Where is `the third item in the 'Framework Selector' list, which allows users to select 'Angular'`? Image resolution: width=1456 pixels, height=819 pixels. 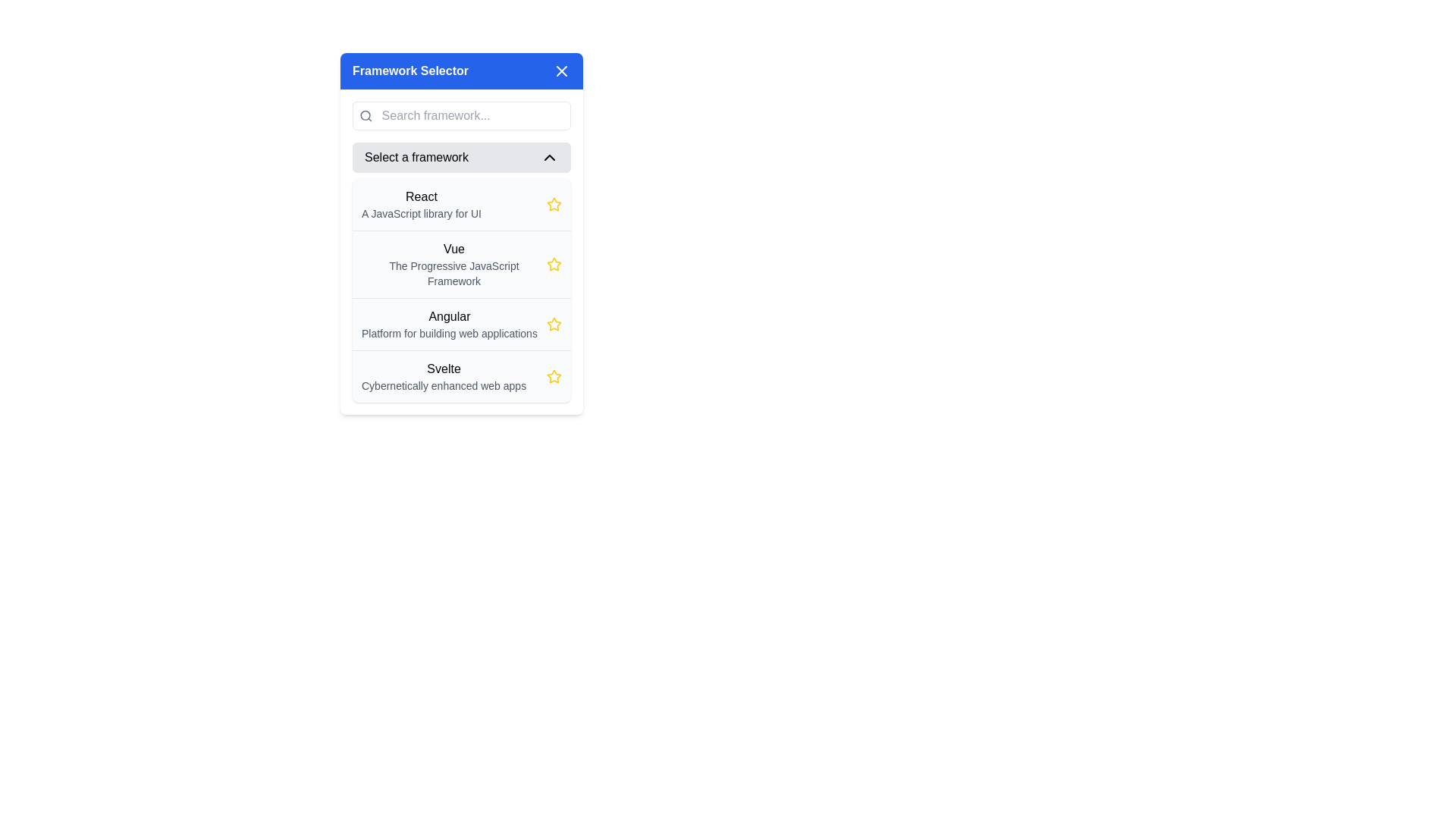 the third item in the 'Framework Selector' list, which allows users to select 'Angular' is located at coordinates (461, 323).